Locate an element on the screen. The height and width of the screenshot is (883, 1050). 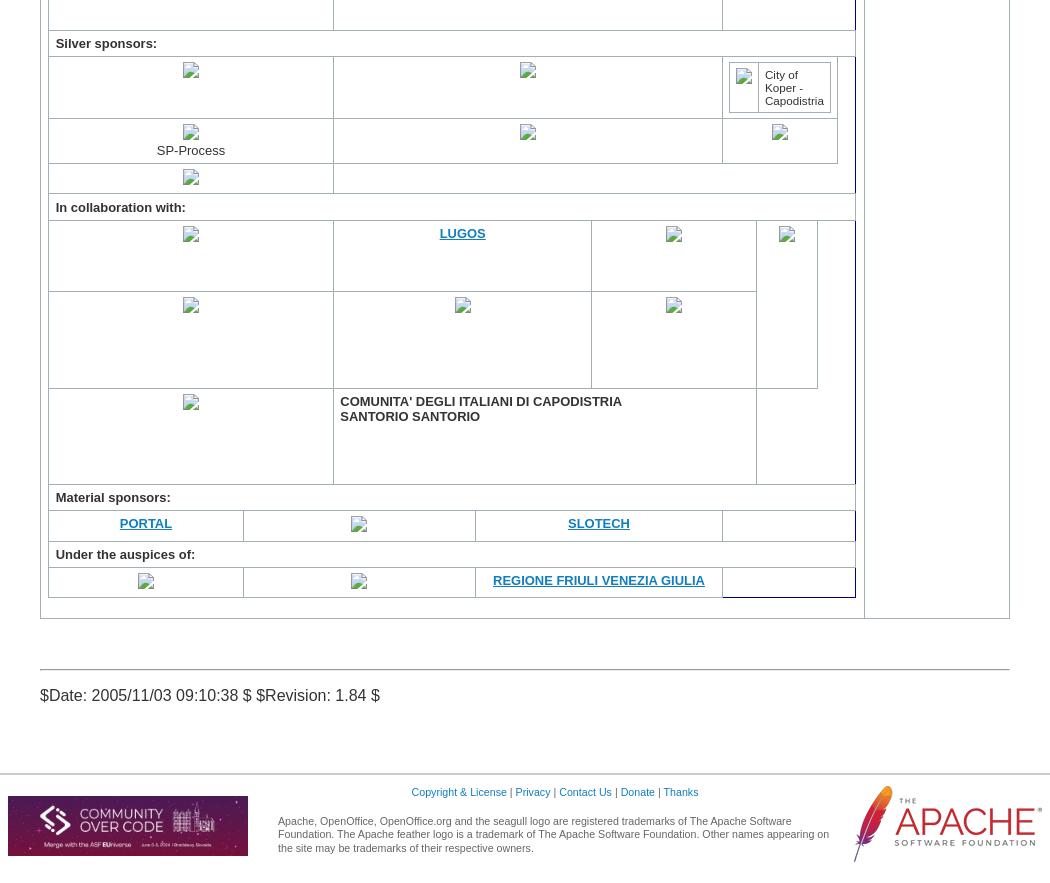
'Donate' is located at coordinates (637, 790).